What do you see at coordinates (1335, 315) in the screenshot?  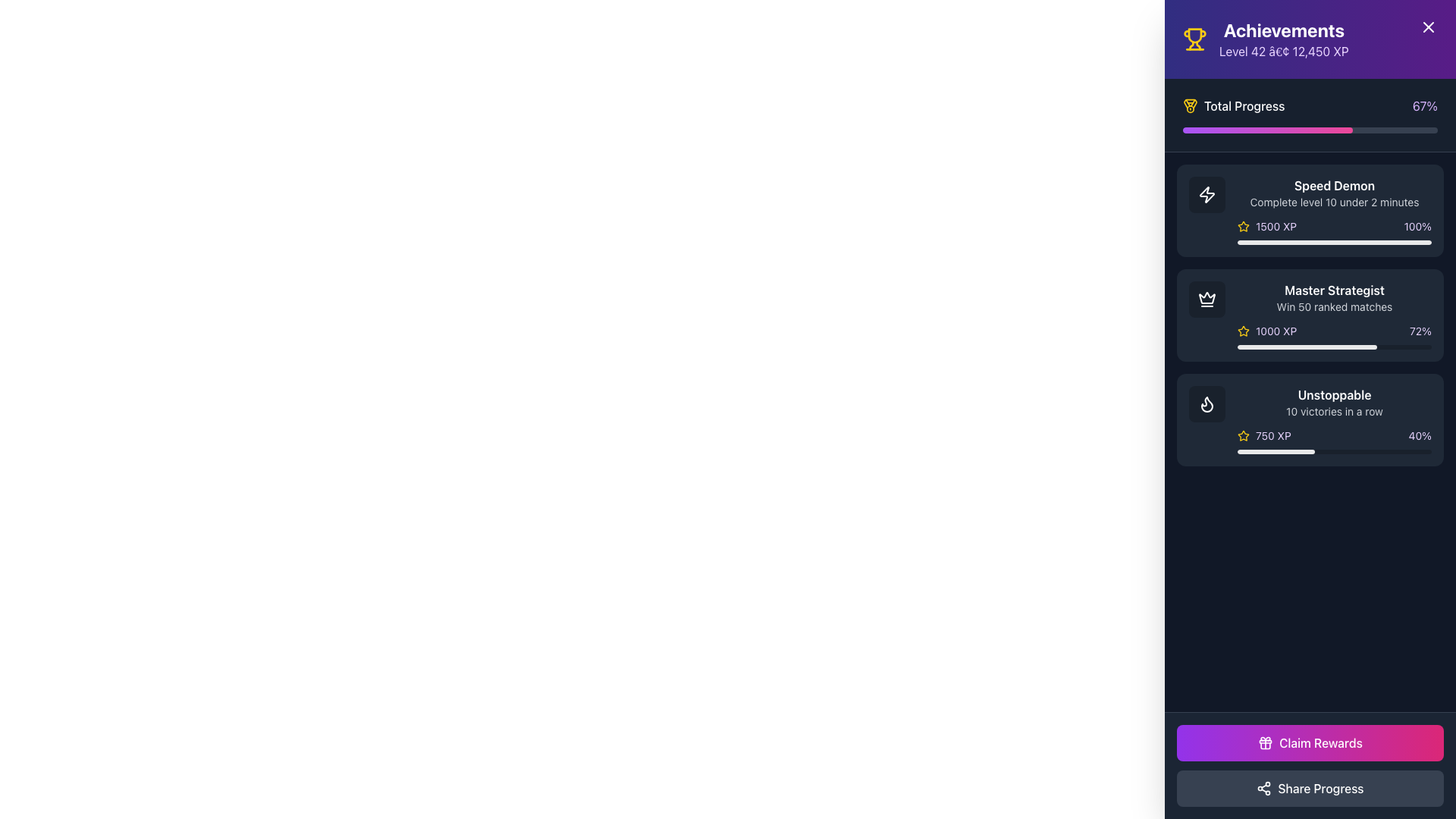 I see `details of the 'Master Strategist' achievement card, which is the second item in the vertical list of achievements, located centrally on the right-hand side of the interface` at bounding box center [1335, 315].